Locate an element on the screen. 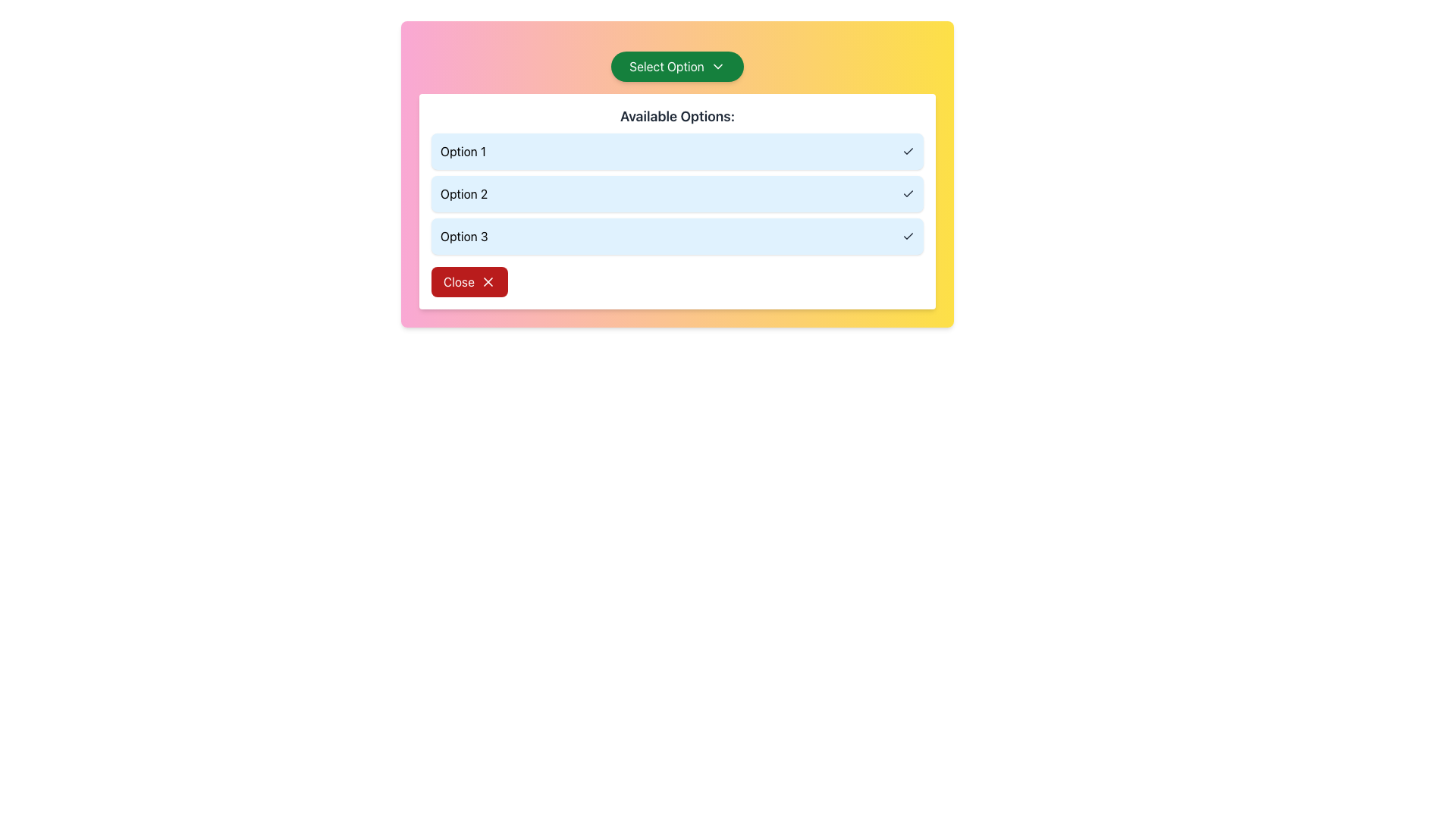 The height and width of the screenshot is (819, 1456). the state of the check mark icon that indicates 'Option 2' is selected, located to the far right of the text 'Option 2' is located at coordinates (908, 193).